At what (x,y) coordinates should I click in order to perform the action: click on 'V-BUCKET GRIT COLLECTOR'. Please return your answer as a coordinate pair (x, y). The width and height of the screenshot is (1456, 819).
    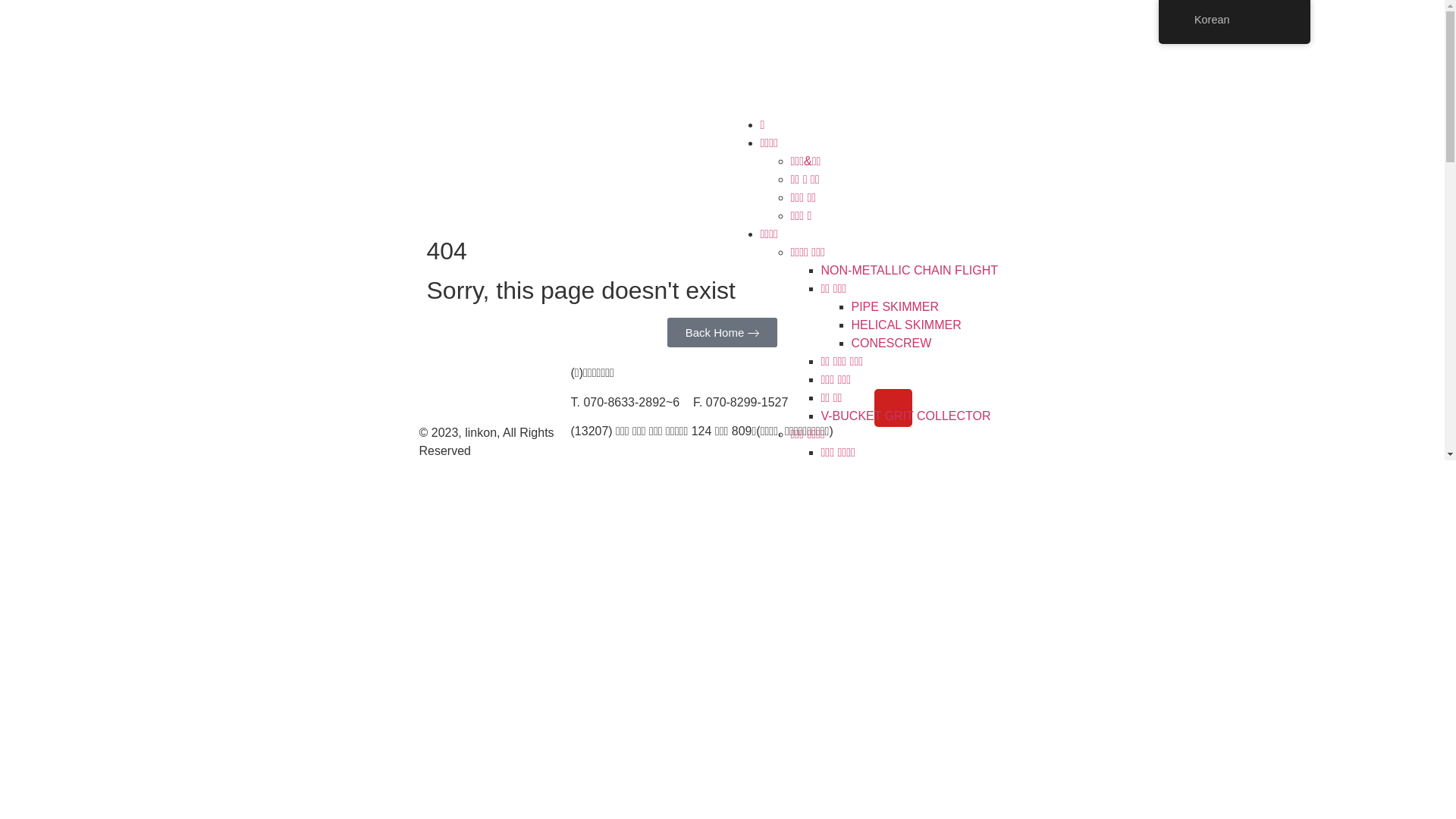
    Looking at the image, I should click on (905, 416).